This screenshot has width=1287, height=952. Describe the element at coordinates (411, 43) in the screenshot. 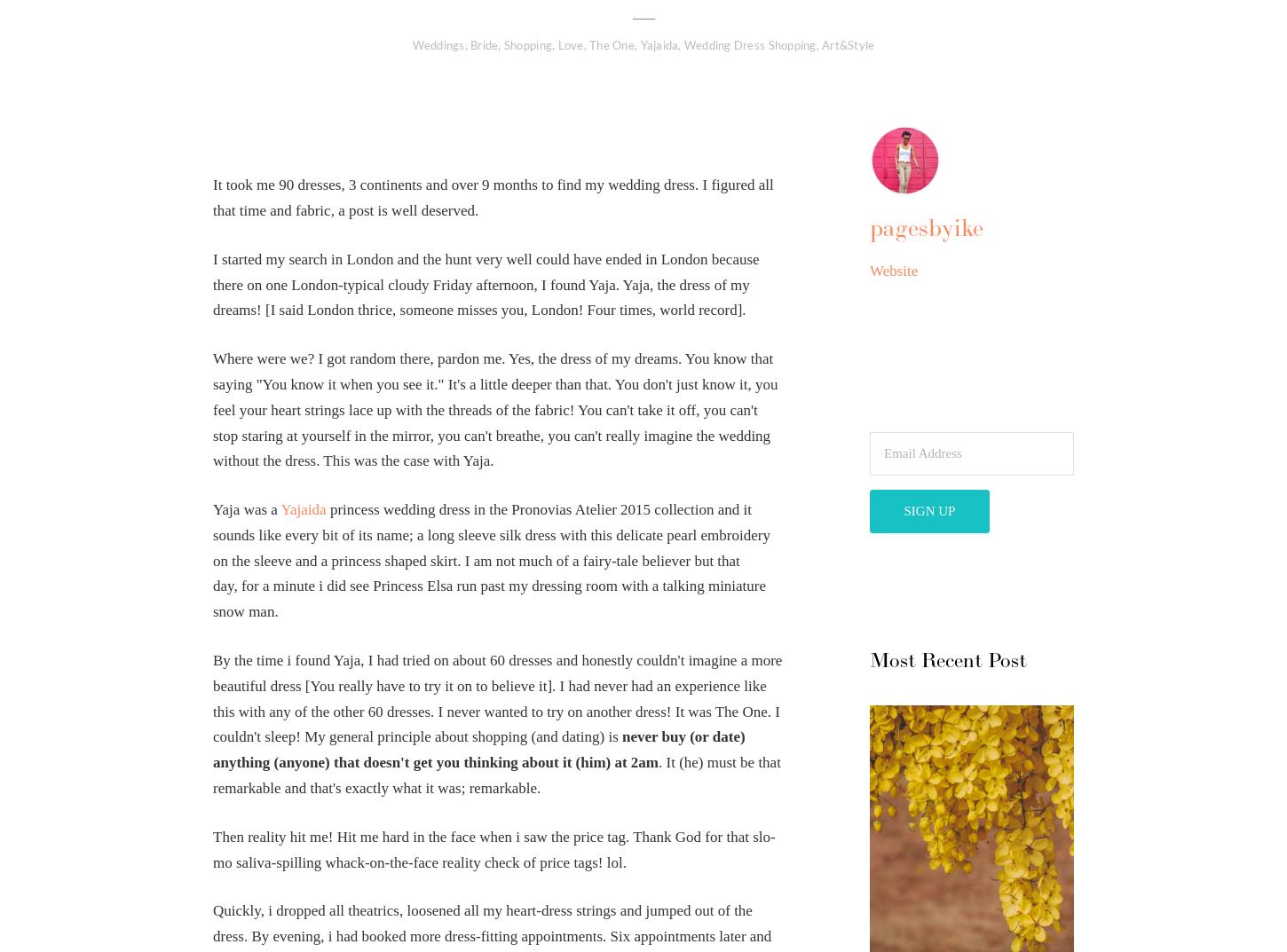

I see `'Weddings'` at that location.